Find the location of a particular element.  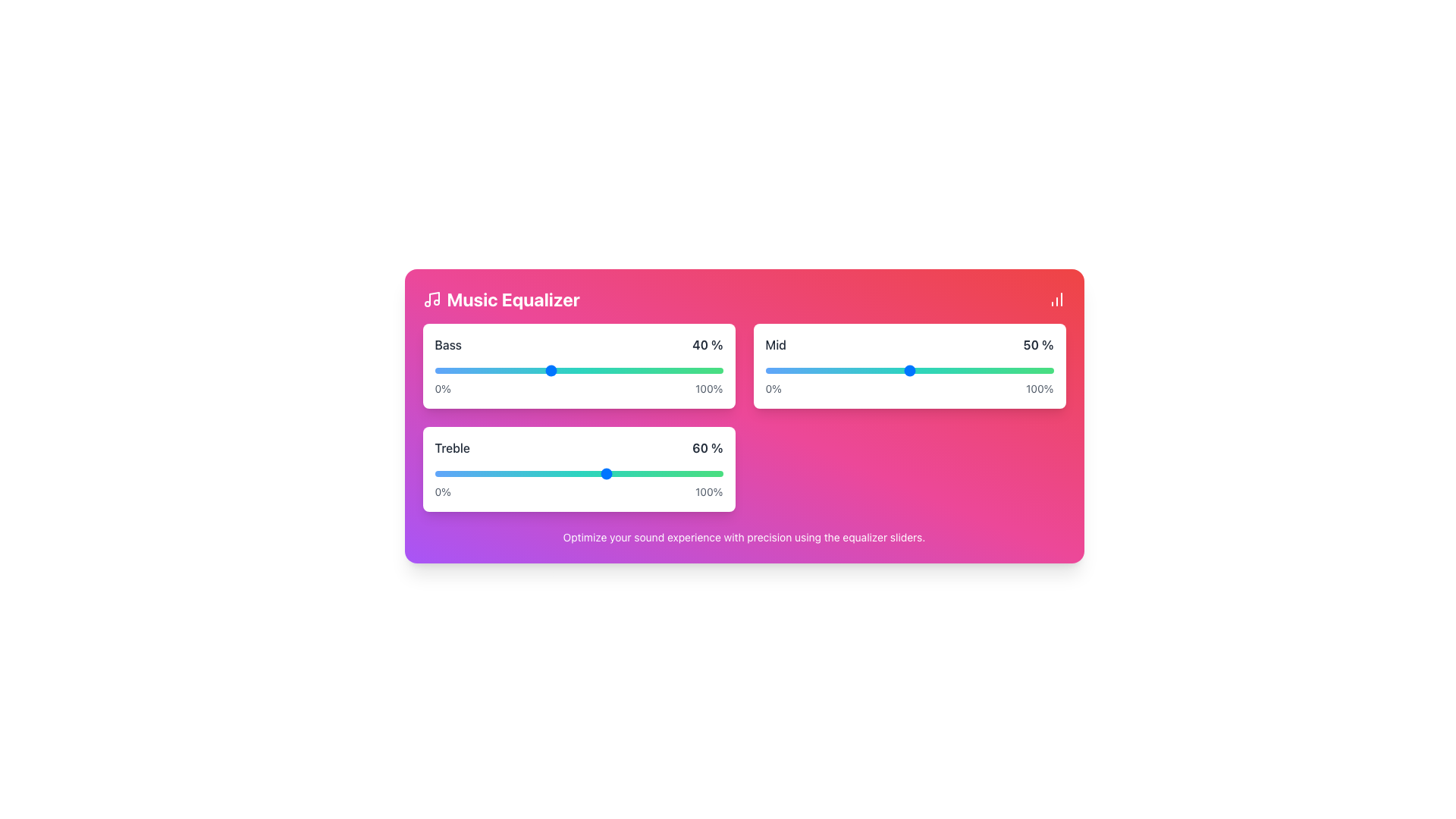

the slider thumb of the Mid parameter control located in the right card is located at coordinates (909, 371).